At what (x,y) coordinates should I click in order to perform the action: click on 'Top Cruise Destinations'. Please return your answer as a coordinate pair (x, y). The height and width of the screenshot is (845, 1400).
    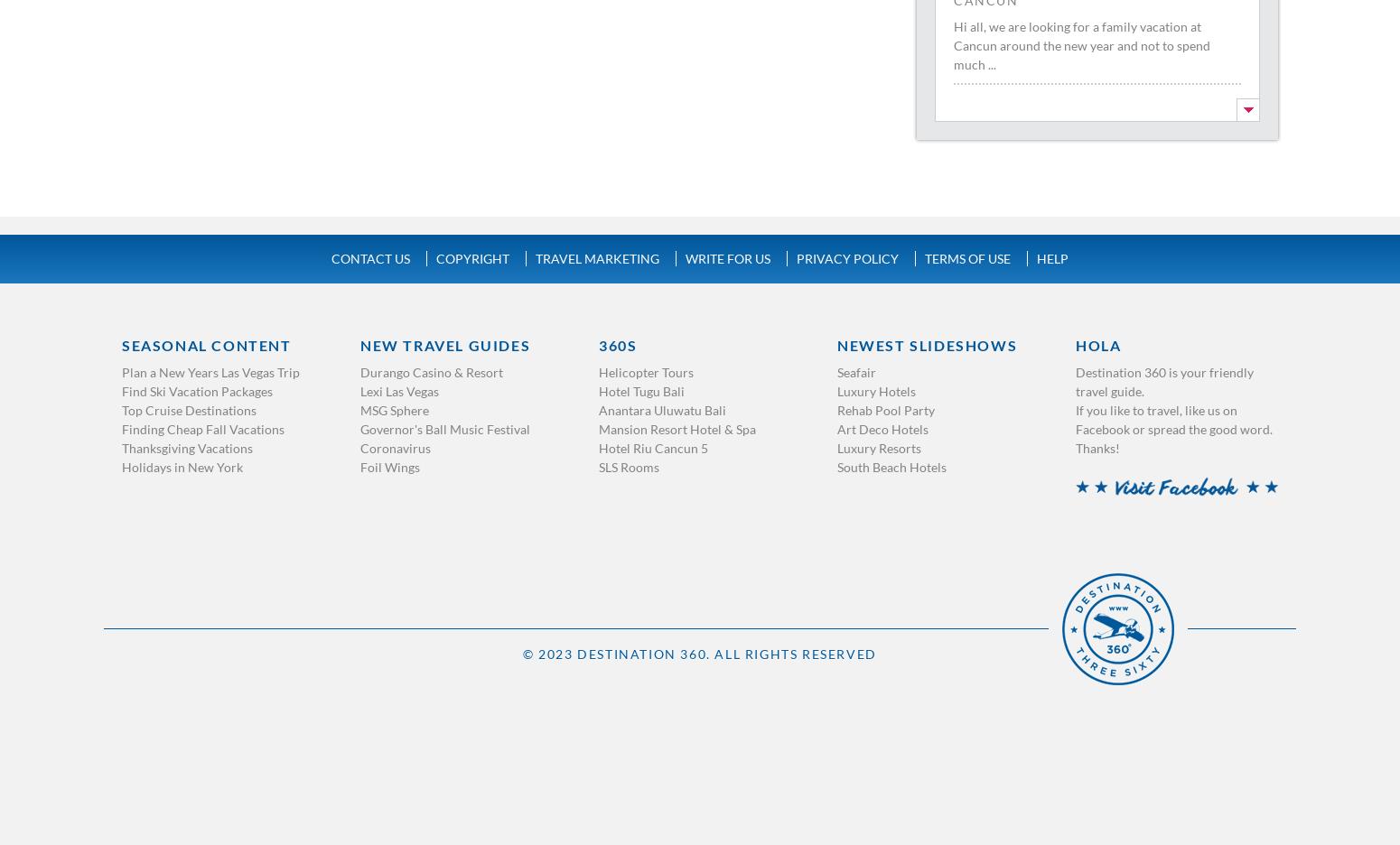
    Looking at the image, I should click on (188, 409).